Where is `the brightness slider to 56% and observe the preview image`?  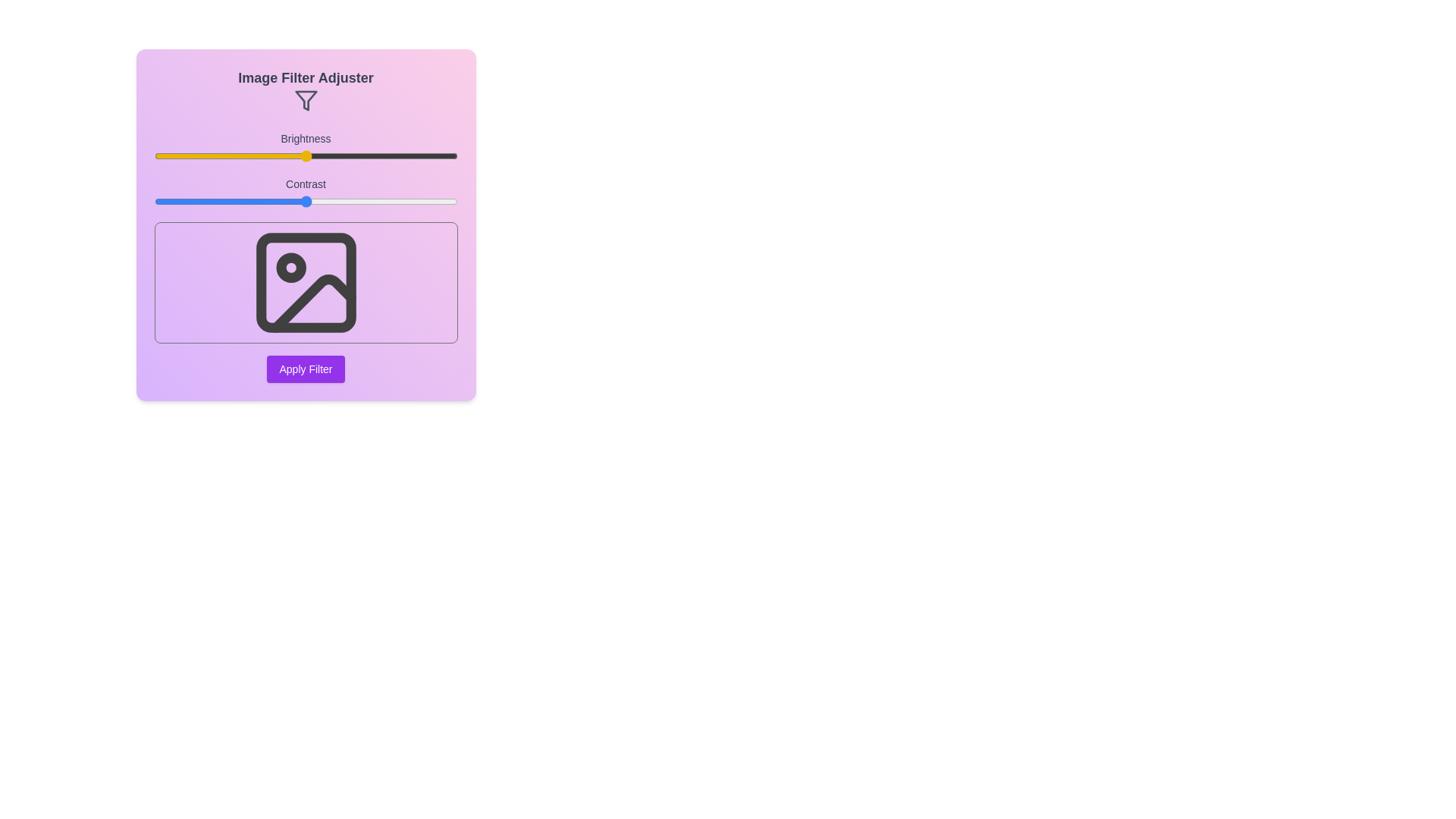 the brightness slider to 56% and observe the preview image is located at coordinates (323, 155).